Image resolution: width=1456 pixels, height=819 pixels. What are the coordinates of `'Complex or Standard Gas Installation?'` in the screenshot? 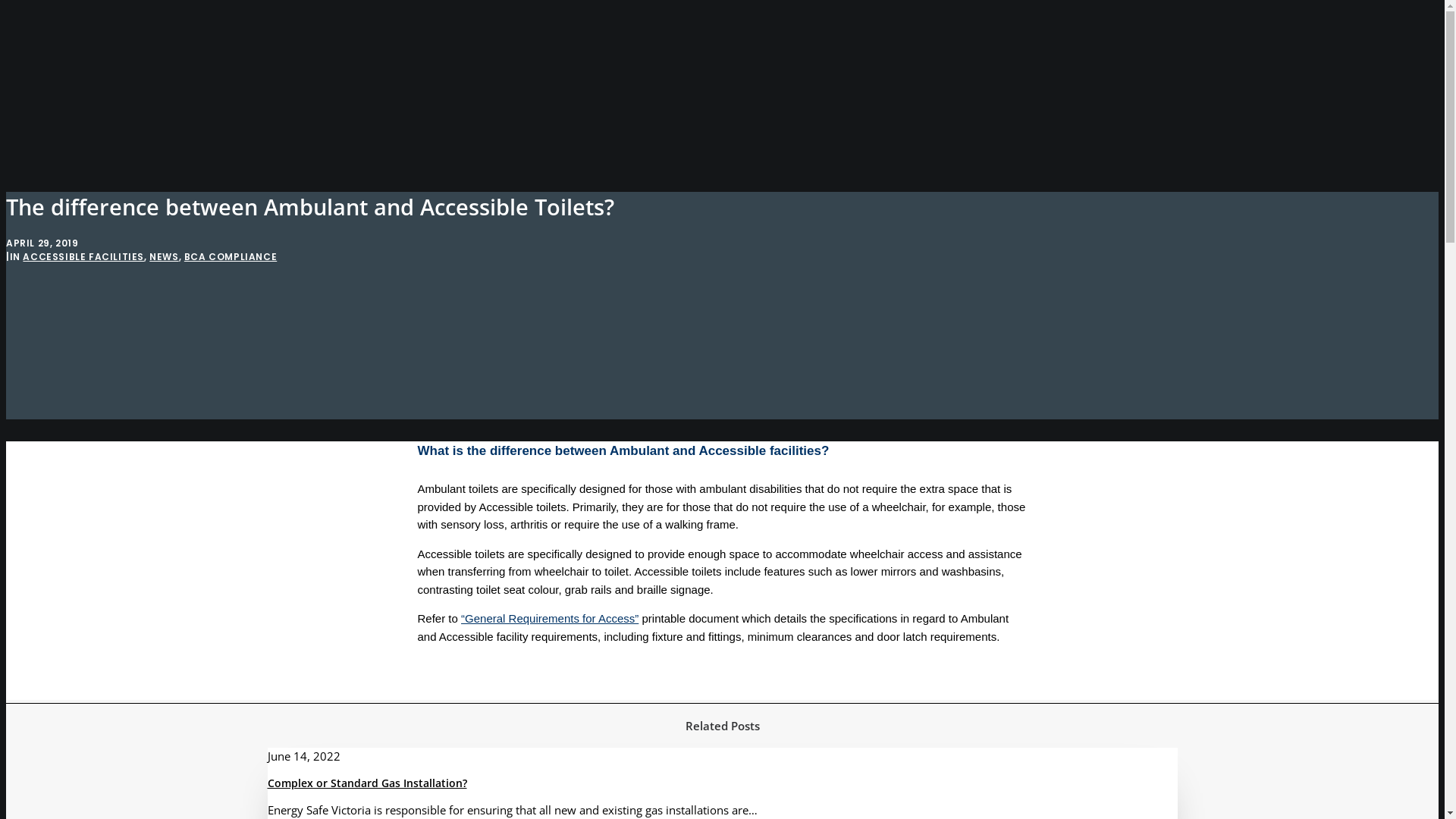 It's located at (266, 783).